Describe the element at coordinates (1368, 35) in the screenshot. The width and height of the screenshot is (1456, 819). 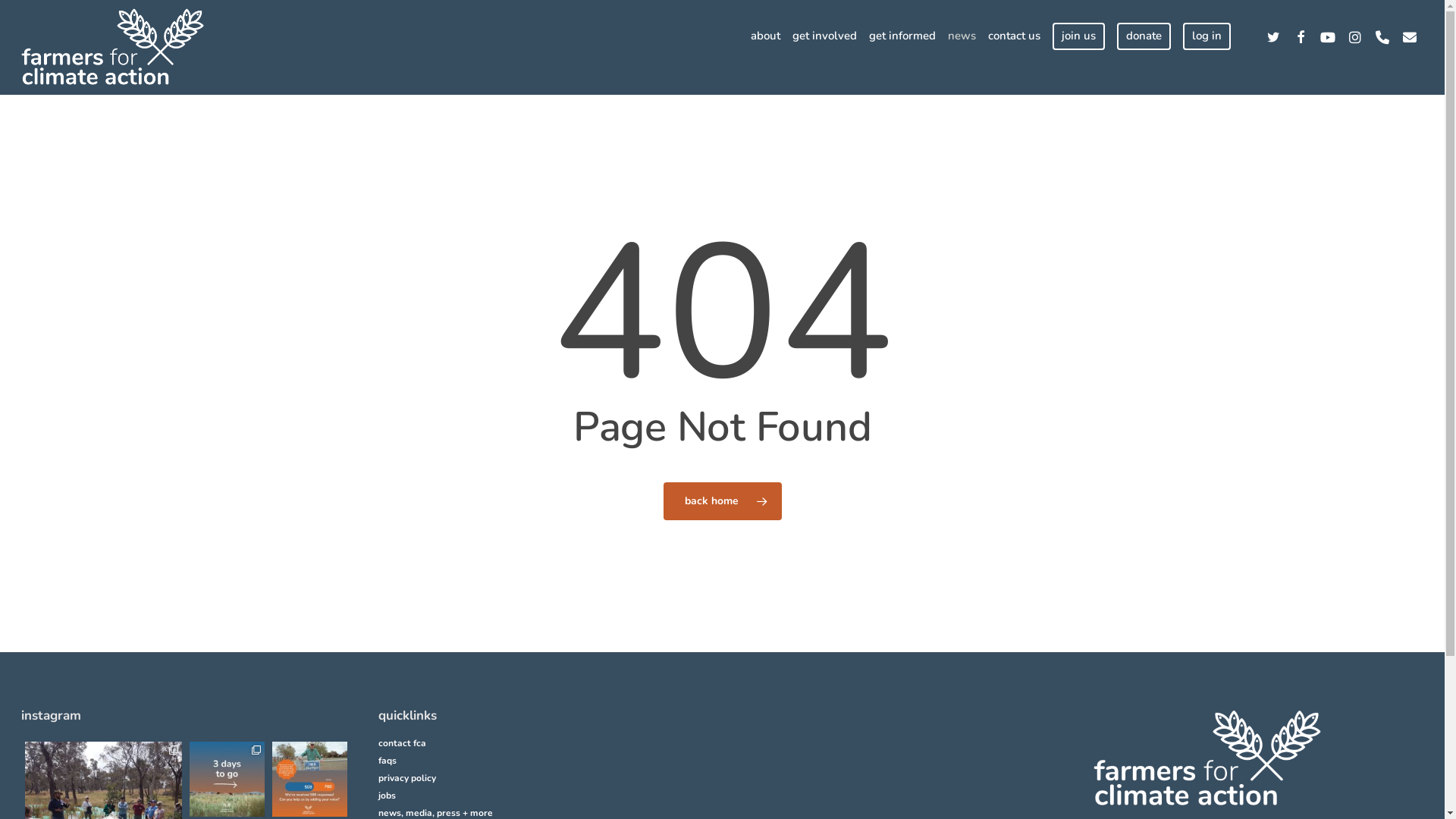
I see `'phone'` at that location.